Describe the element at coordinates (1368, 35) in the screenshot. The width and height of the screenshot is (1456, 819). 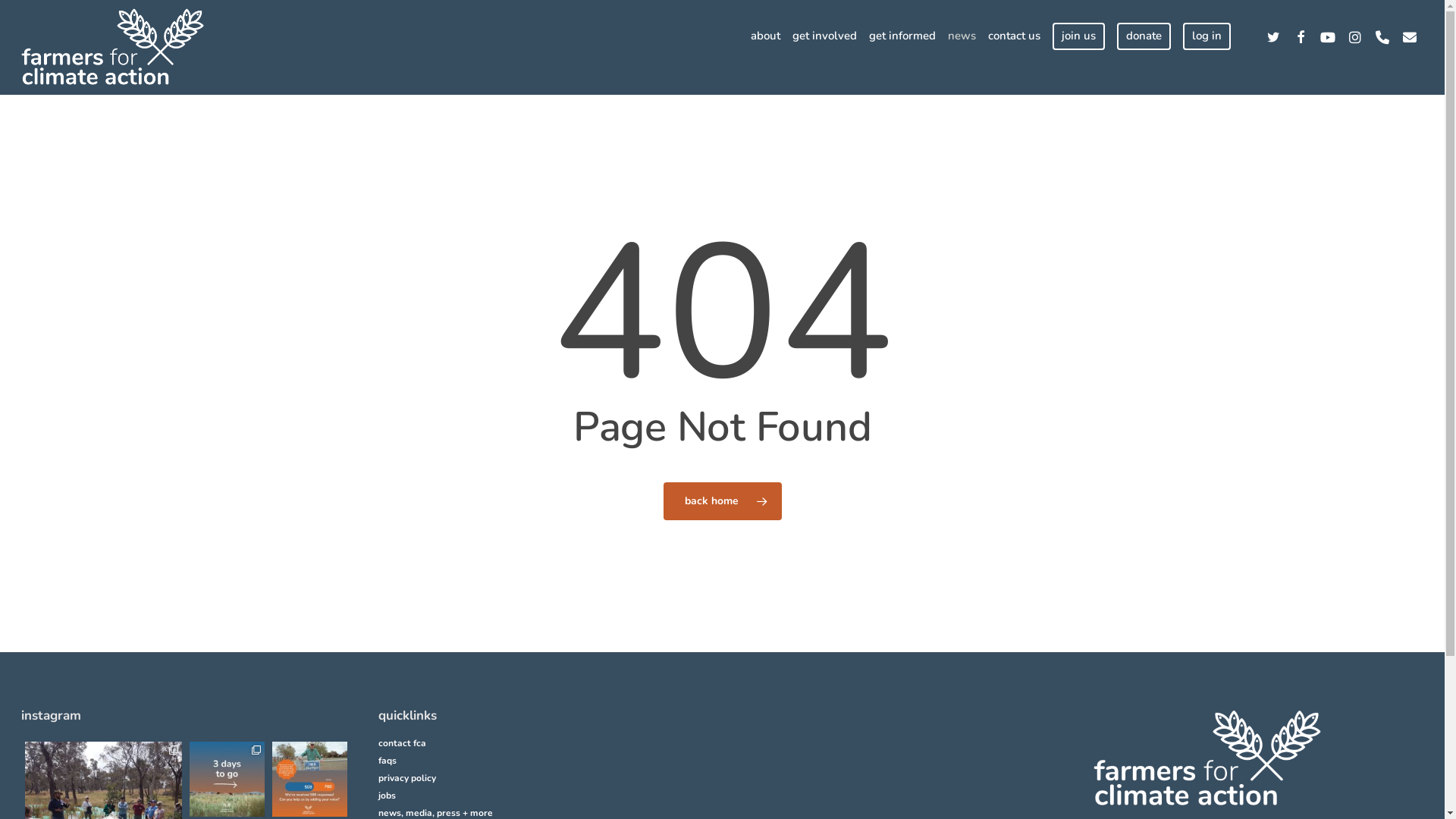
I see `'phone'` at that location.